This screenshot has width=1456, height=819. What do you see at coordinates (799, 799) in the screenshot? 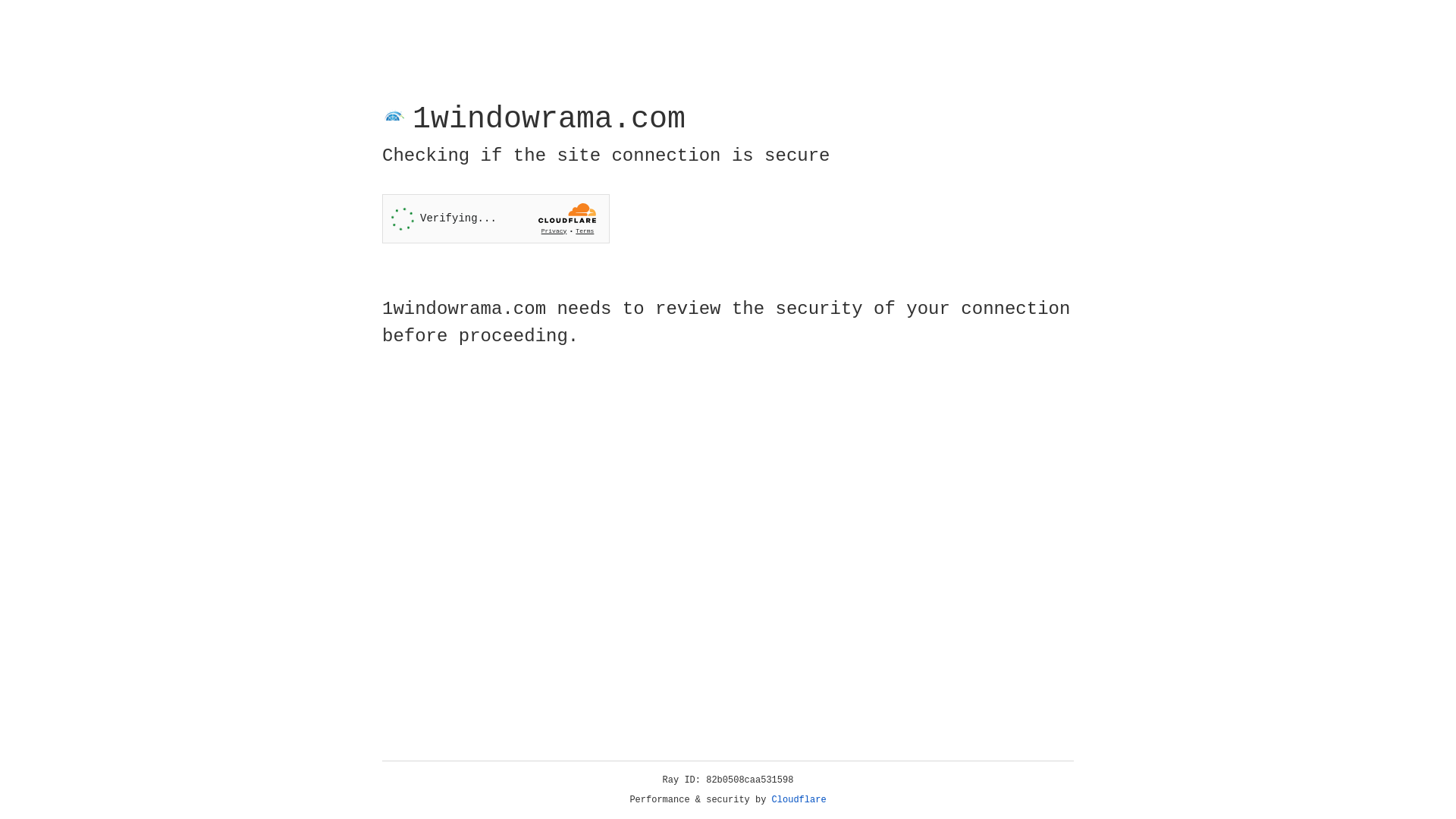
I see `'Cloudflare'` at bounding box center [799, 799].